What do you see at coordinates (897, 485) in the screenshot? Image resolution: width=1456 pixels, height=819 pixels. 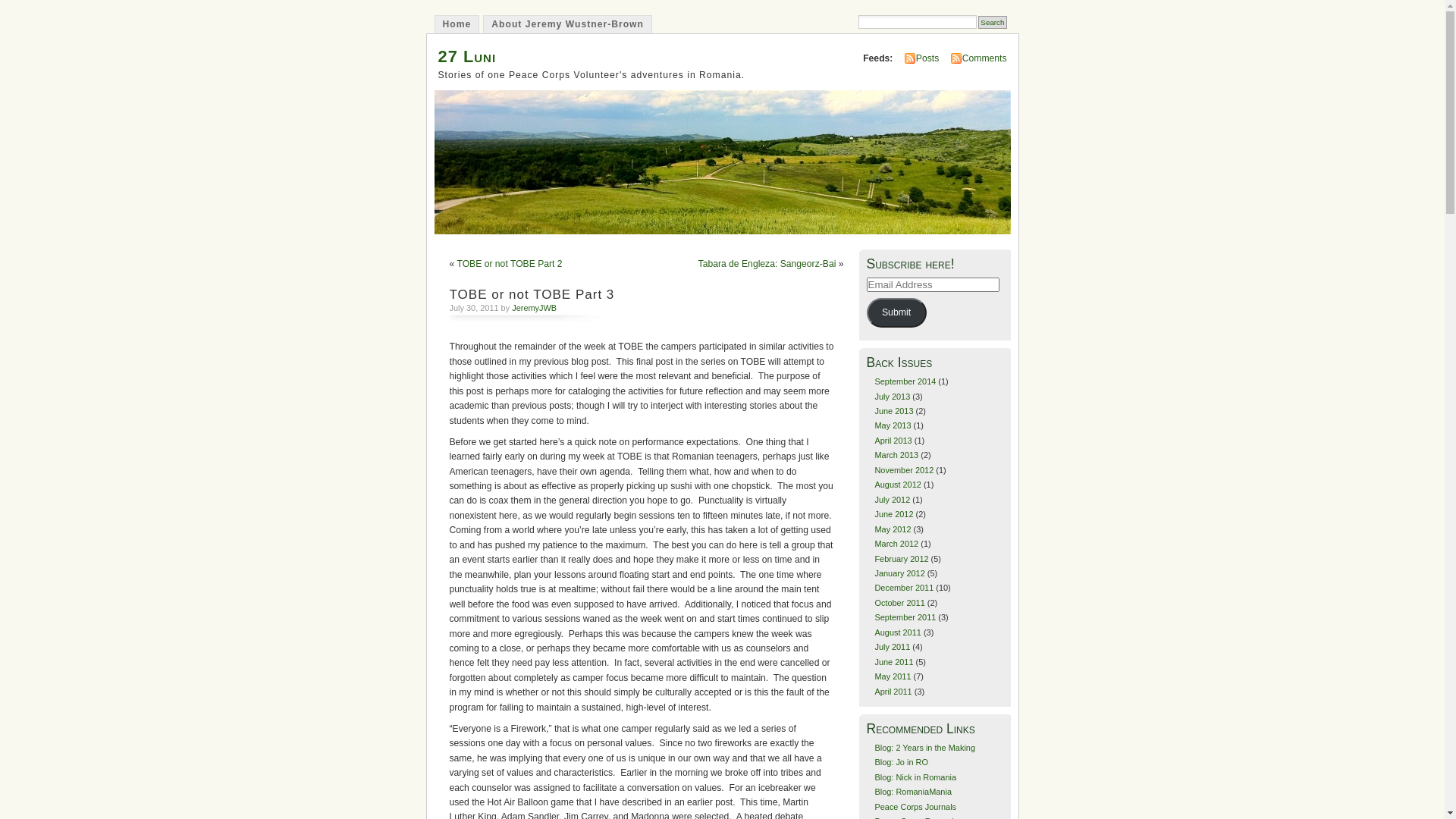 I see `'August 2012'` at bounding box center [897, 485].